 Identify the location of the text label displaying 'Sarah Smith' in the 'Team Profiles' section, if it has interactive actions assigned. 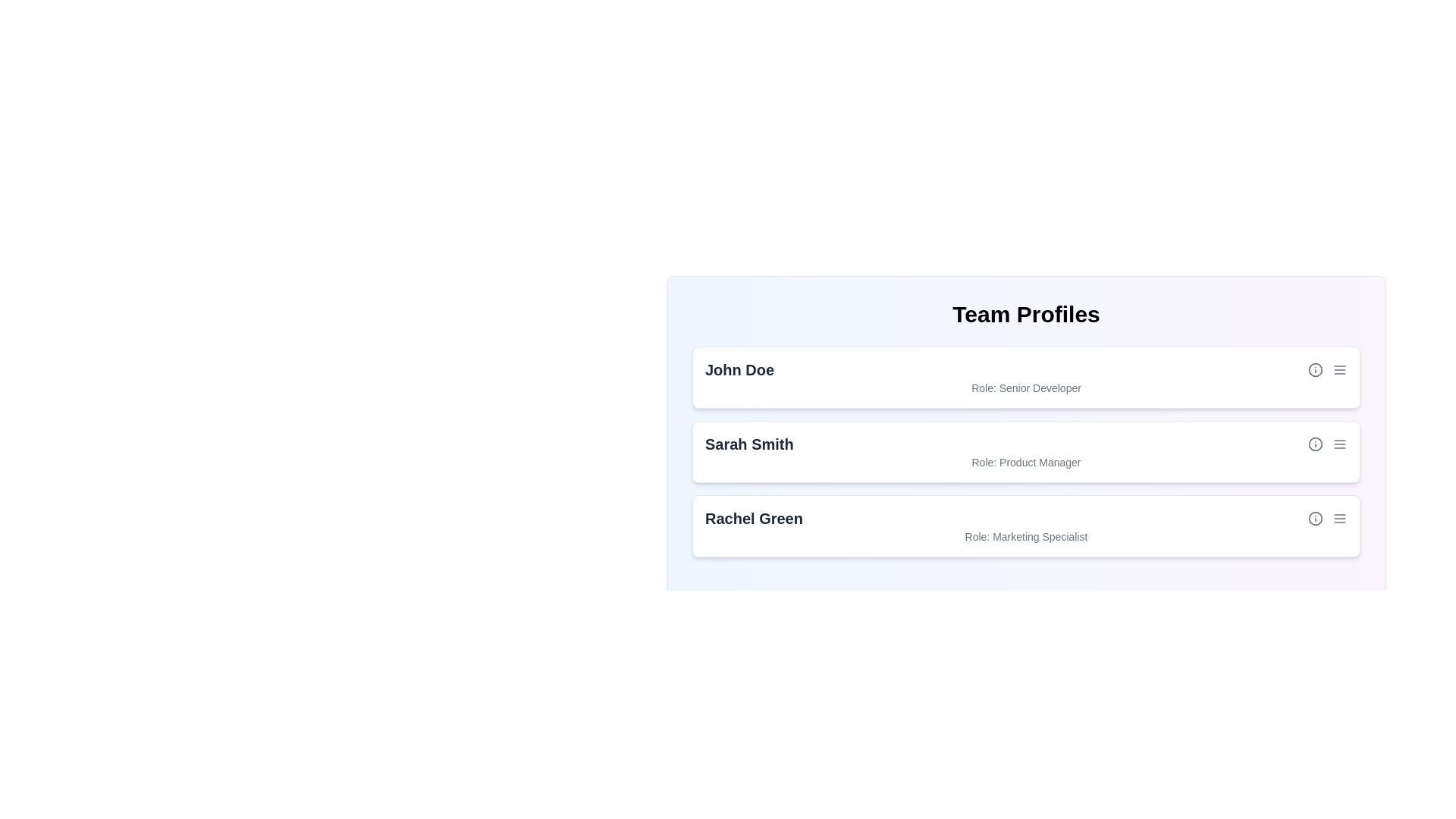
(749, 444).